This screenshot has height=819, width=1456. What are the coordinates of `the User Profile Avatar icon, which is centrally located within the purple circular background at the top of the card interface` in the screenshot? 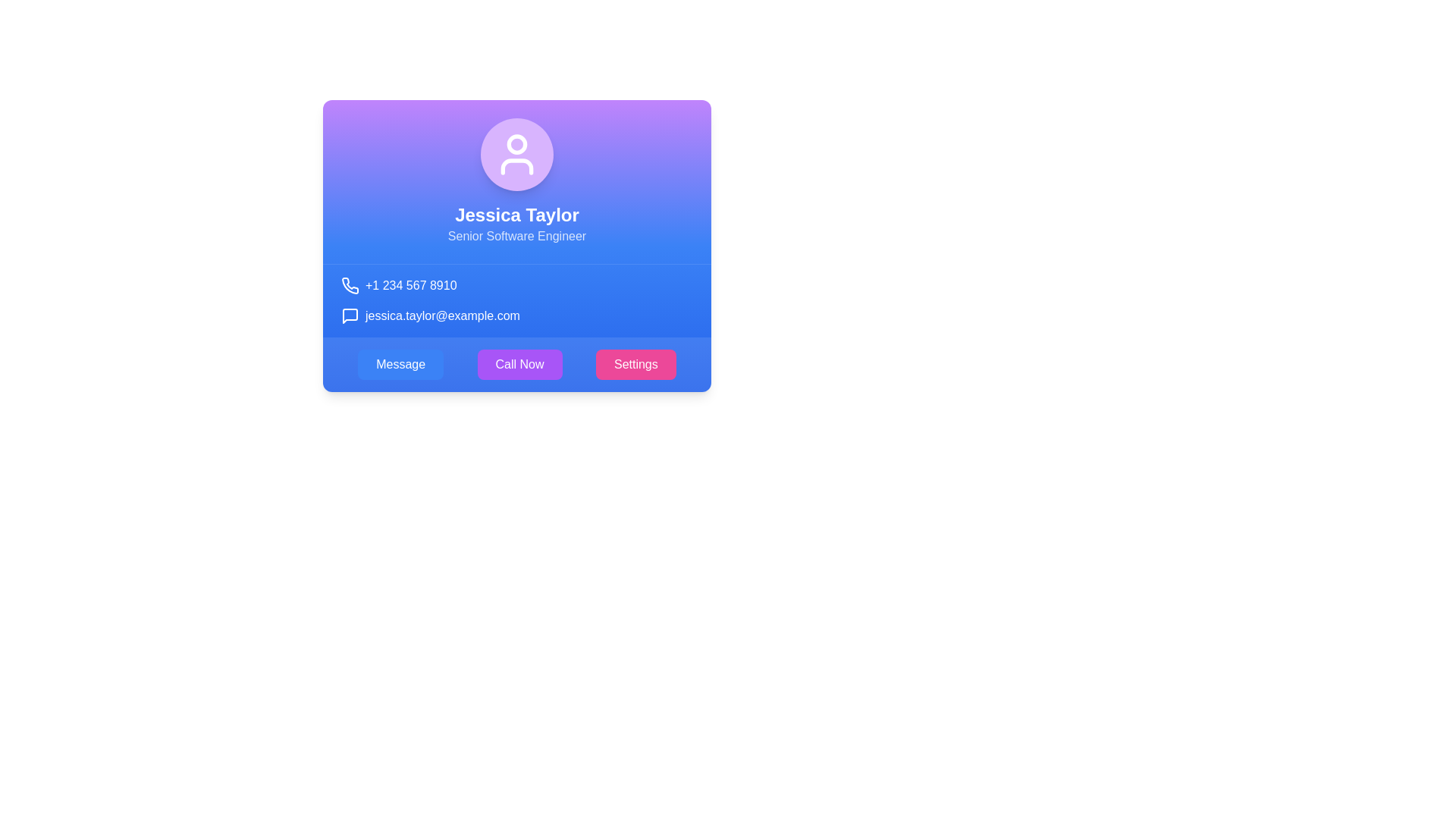 It's located at (516, 155).